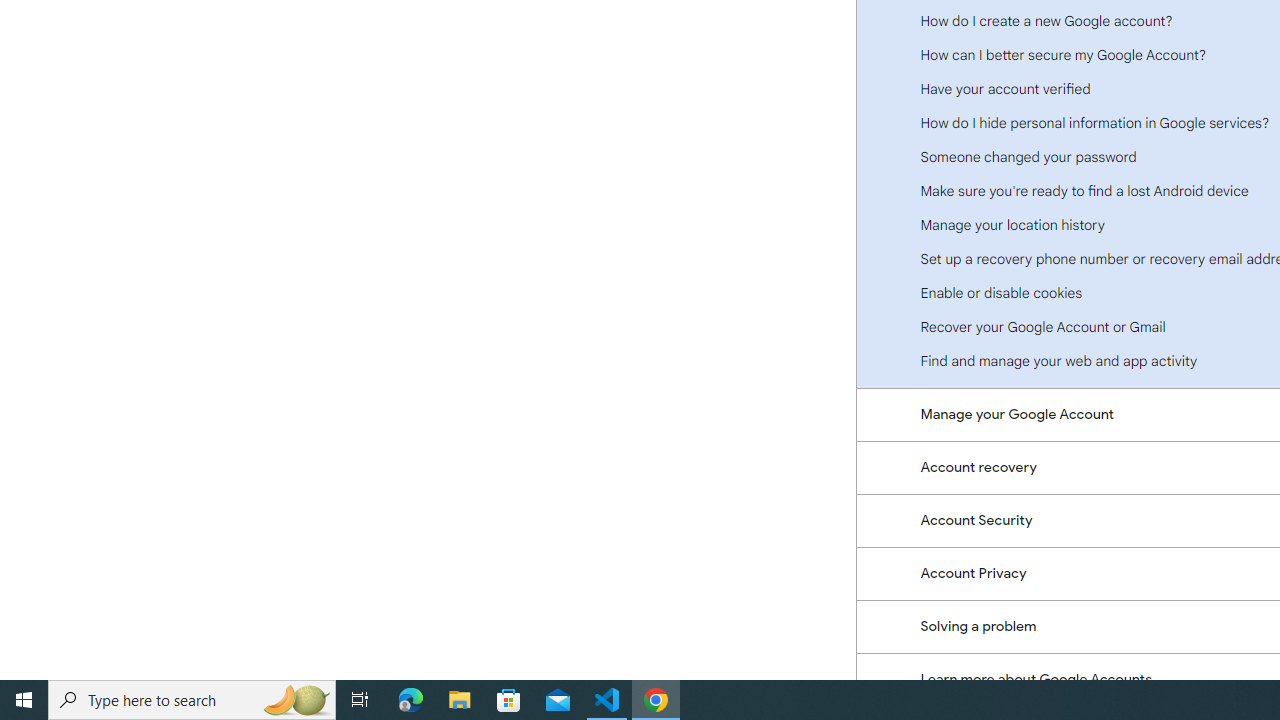 The width and height of the screenshot is (1280, 720). I want to click on 'Microsoft Edge', so click(410, 698).